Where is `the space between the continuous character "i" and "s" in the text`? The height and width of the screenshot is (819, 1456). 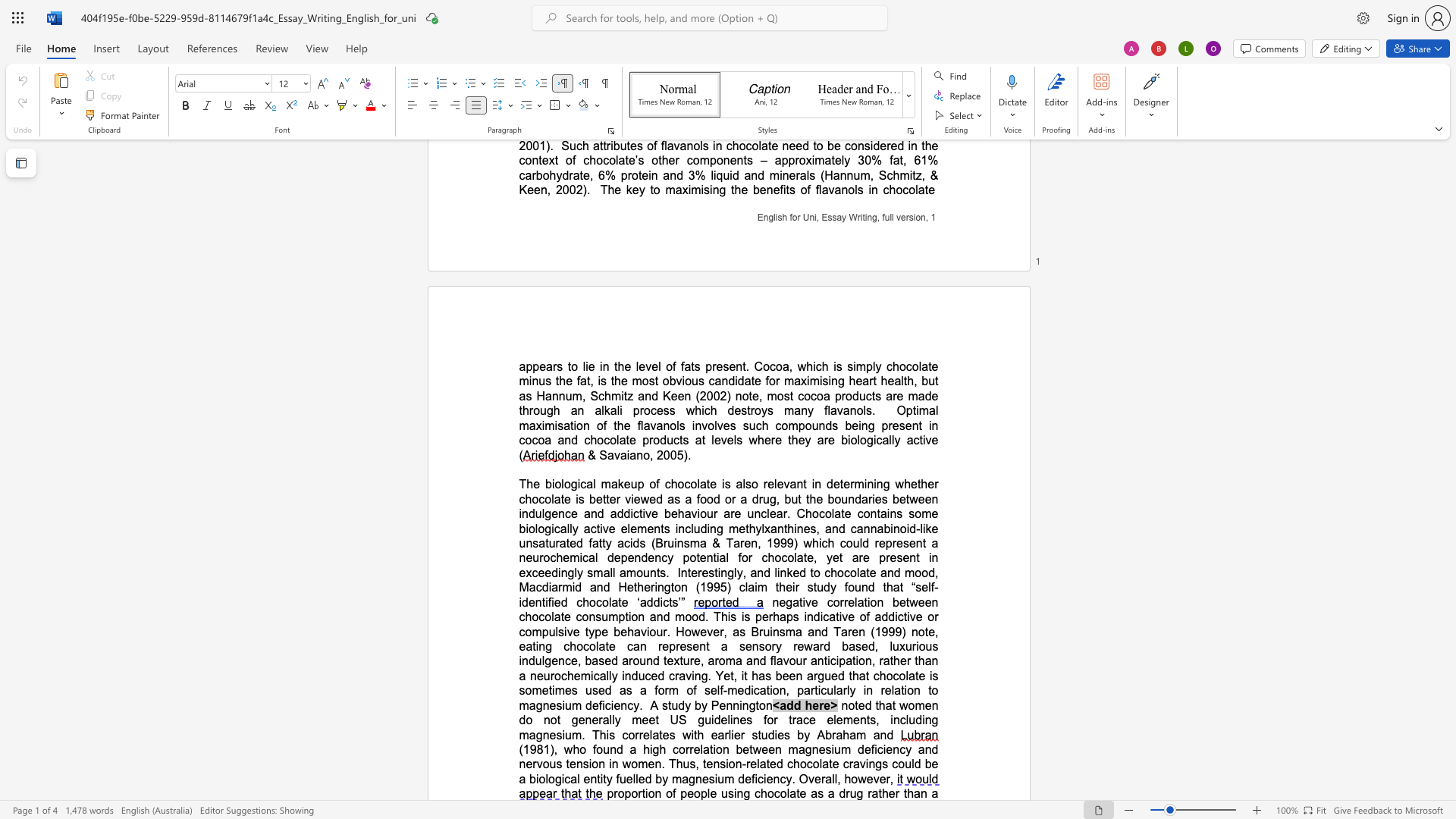 the space between the continuous character "i" and "s" in the text is located at coordinates (724, 484).